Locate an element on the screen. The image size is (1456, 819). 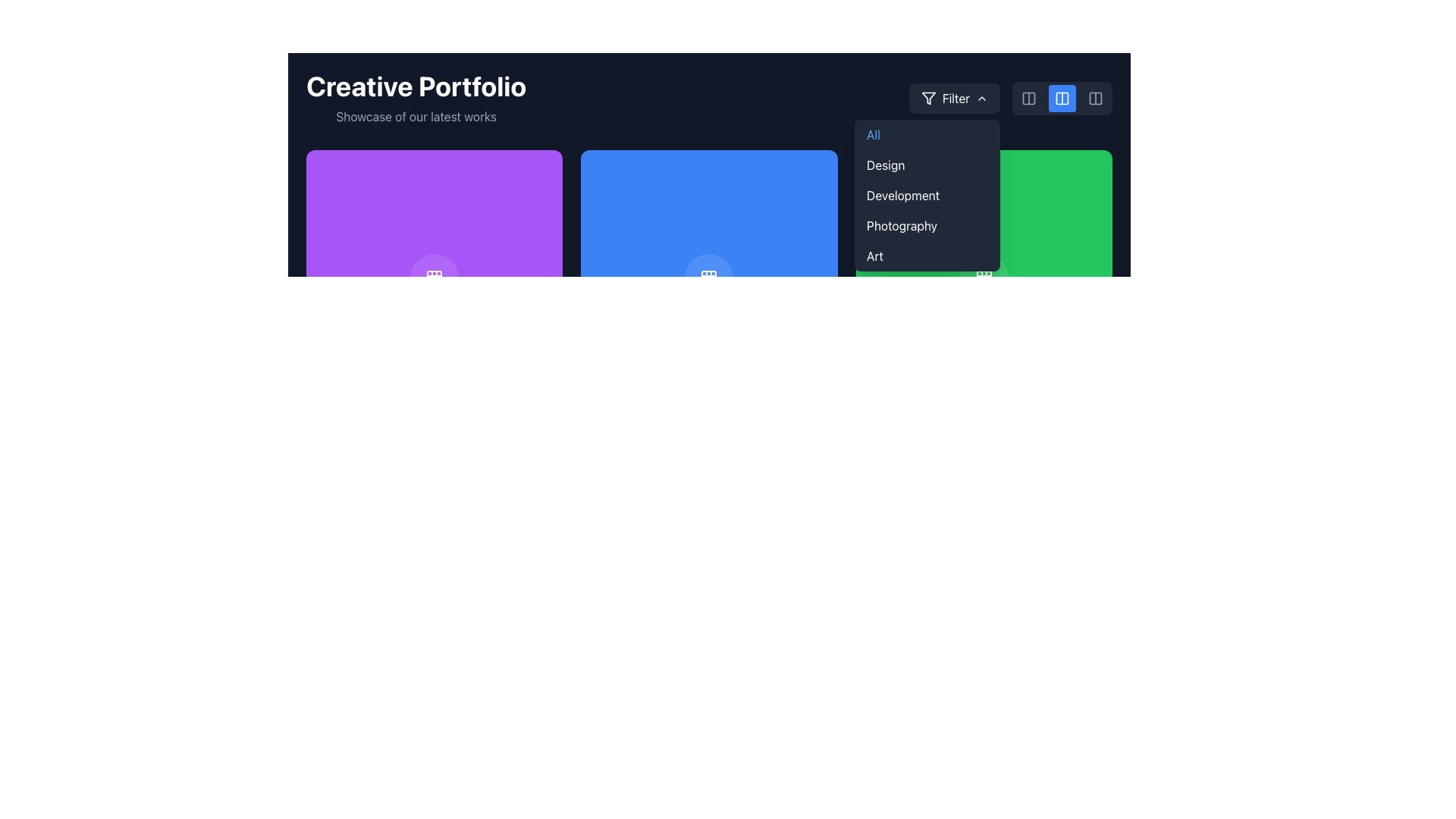
the filter icon, which is a polygonal shape resembling a funnel located in the top navigation bar on the right side of the application is located at coordinates (927, 99).